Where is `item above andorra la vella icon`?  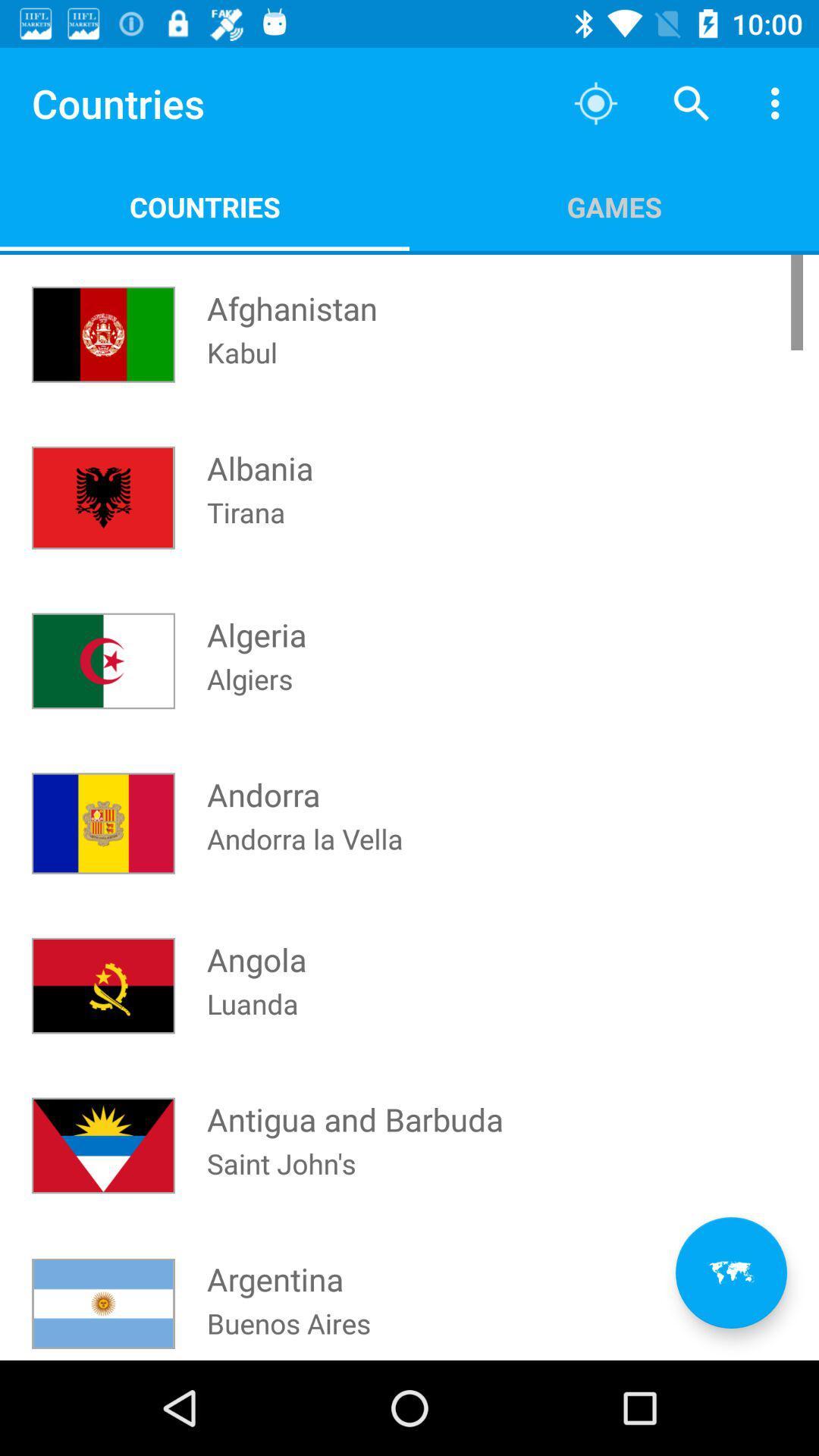
item above andorra la vella icon is located at coordinates (614, 206).